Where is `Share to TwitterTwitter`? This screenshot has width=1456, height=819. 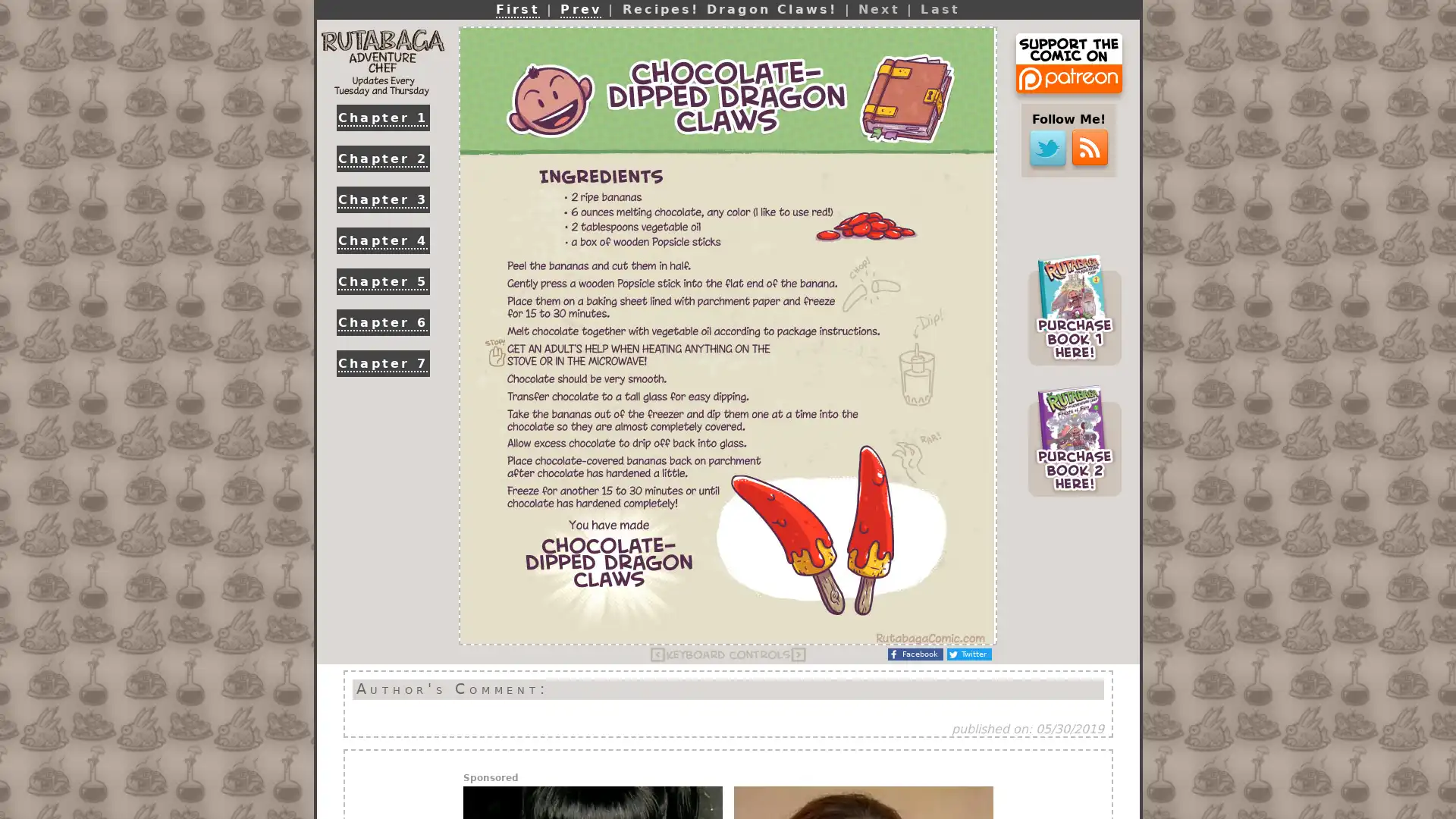 Share to TwitterTwitter is located at coordinates (968, 654).